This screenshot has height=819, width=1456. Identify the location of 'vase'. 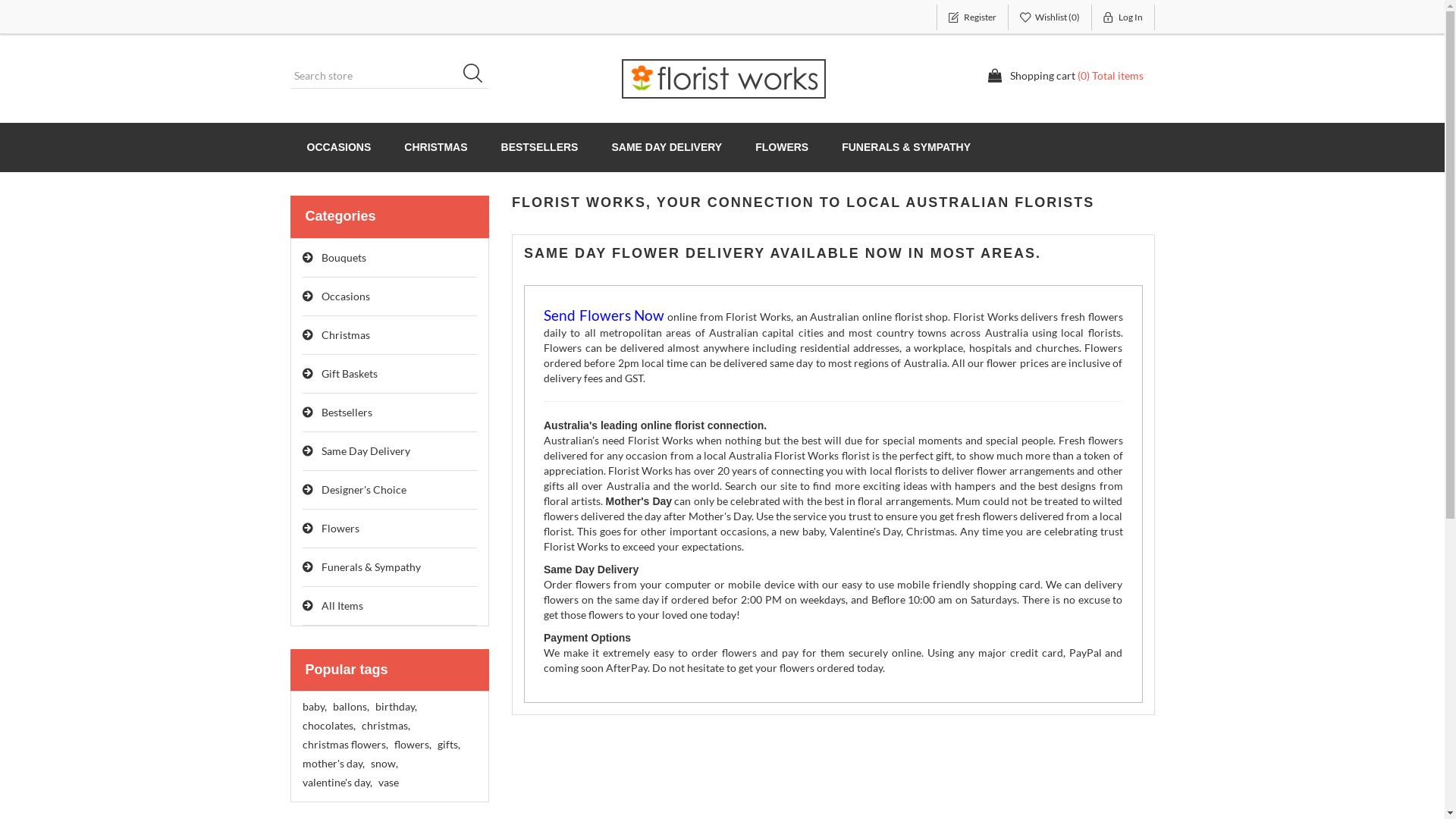
(378, 783).